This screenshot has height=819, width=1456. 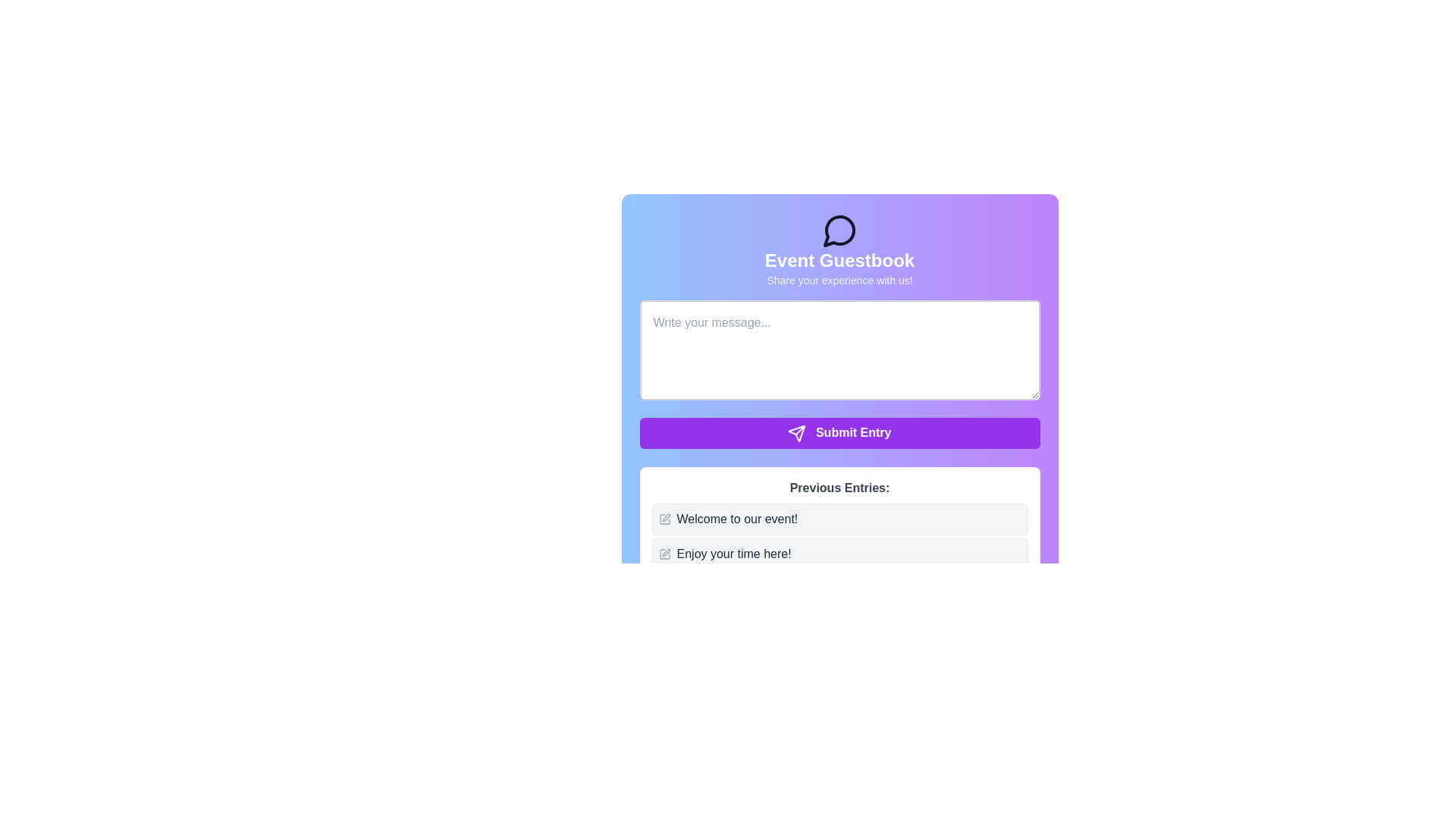 What do you see at coordinates (664, 554) in the screenshot?
I see `the minimalistic square icon with rounded edges located in the 'Previous Entries' section near the text 'Enjoy your time here!'` at bounding box center [664, 554].